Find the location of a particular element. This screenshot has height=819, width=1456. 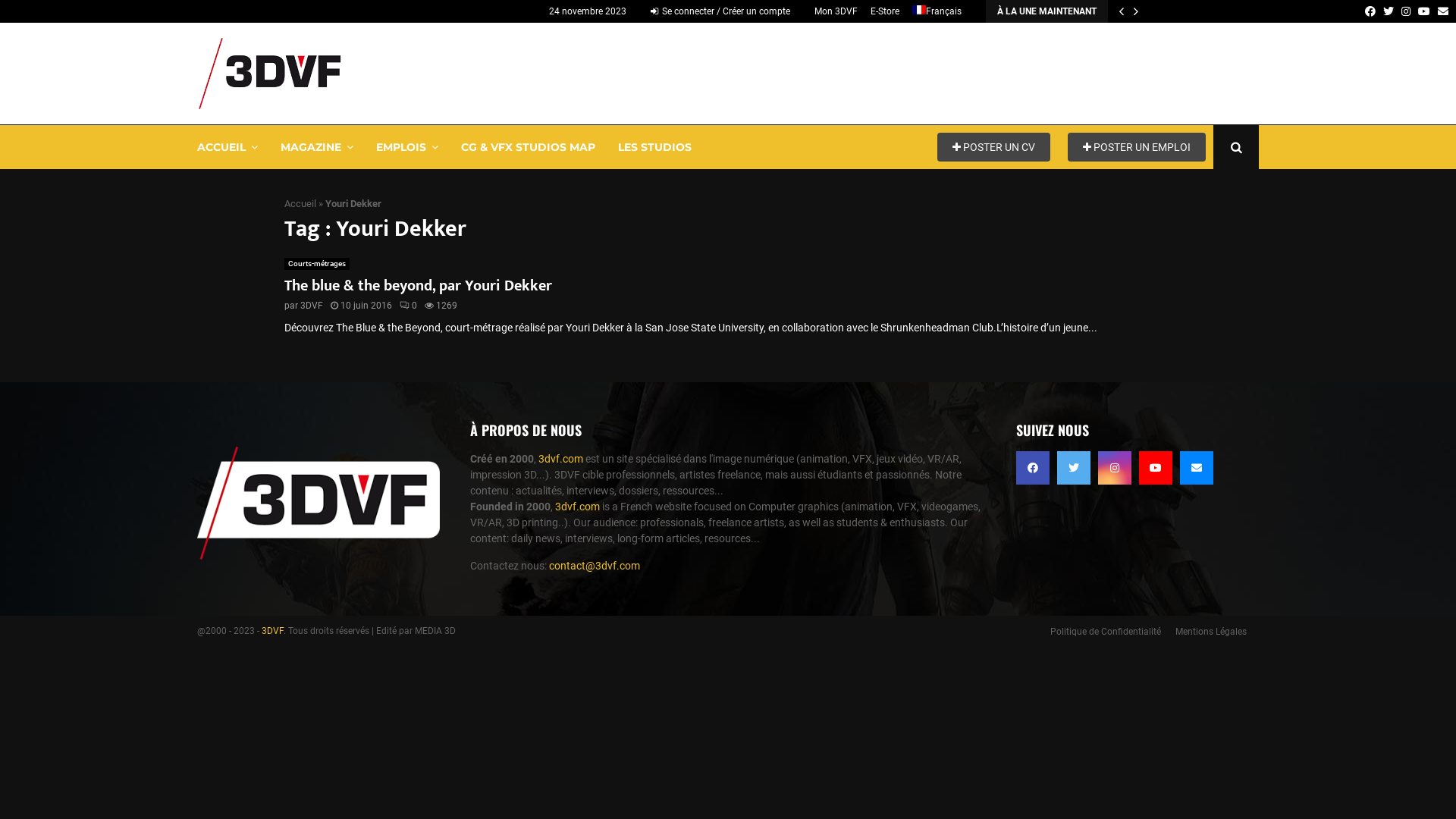

'Email' is located at coordinates (1442, 11).